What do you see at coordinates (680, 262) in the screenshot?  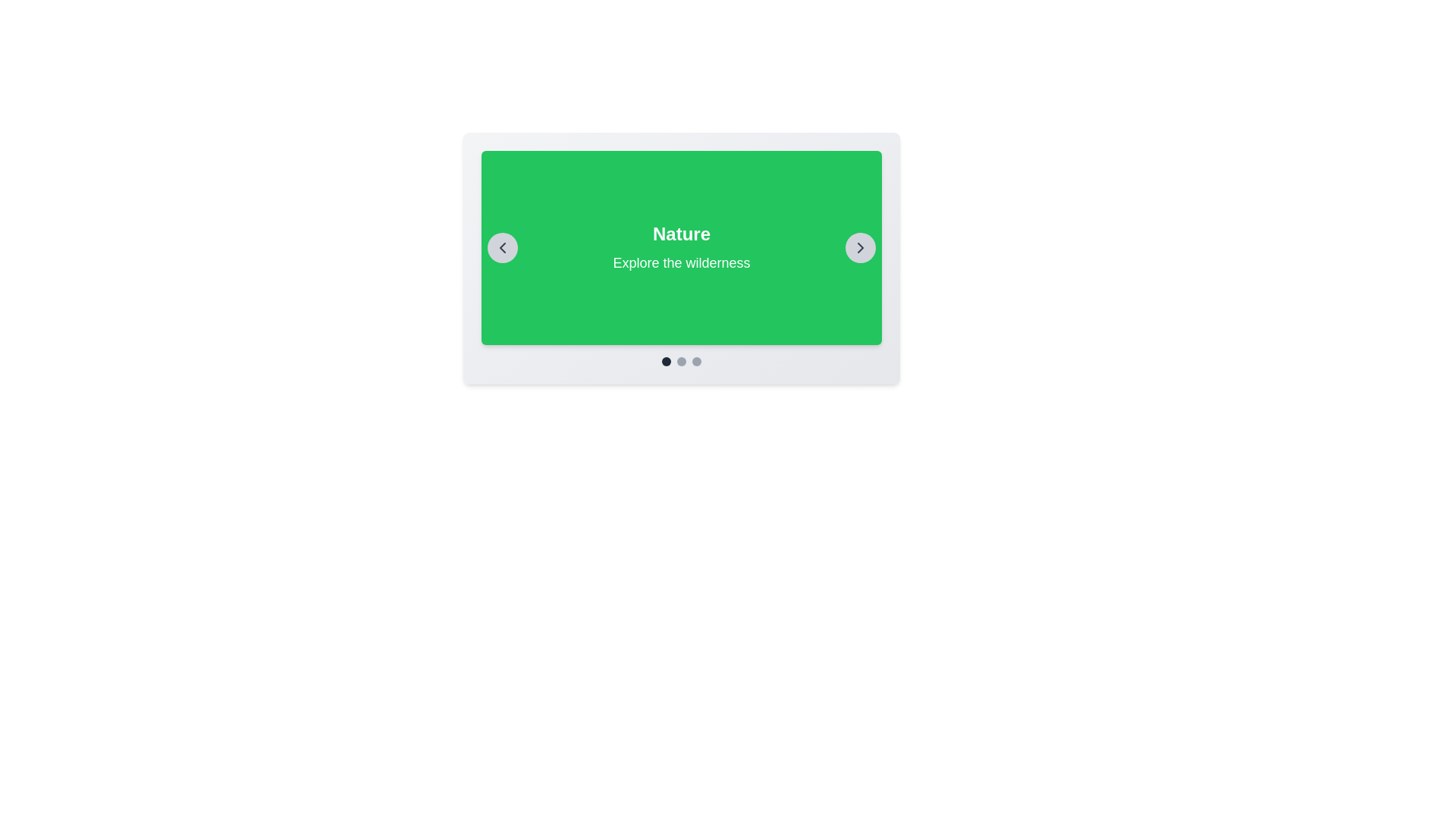 I see `the static text label providing supplementary information below the 'Nature' title within the green rectangular card` at bounding box center [680, 262].